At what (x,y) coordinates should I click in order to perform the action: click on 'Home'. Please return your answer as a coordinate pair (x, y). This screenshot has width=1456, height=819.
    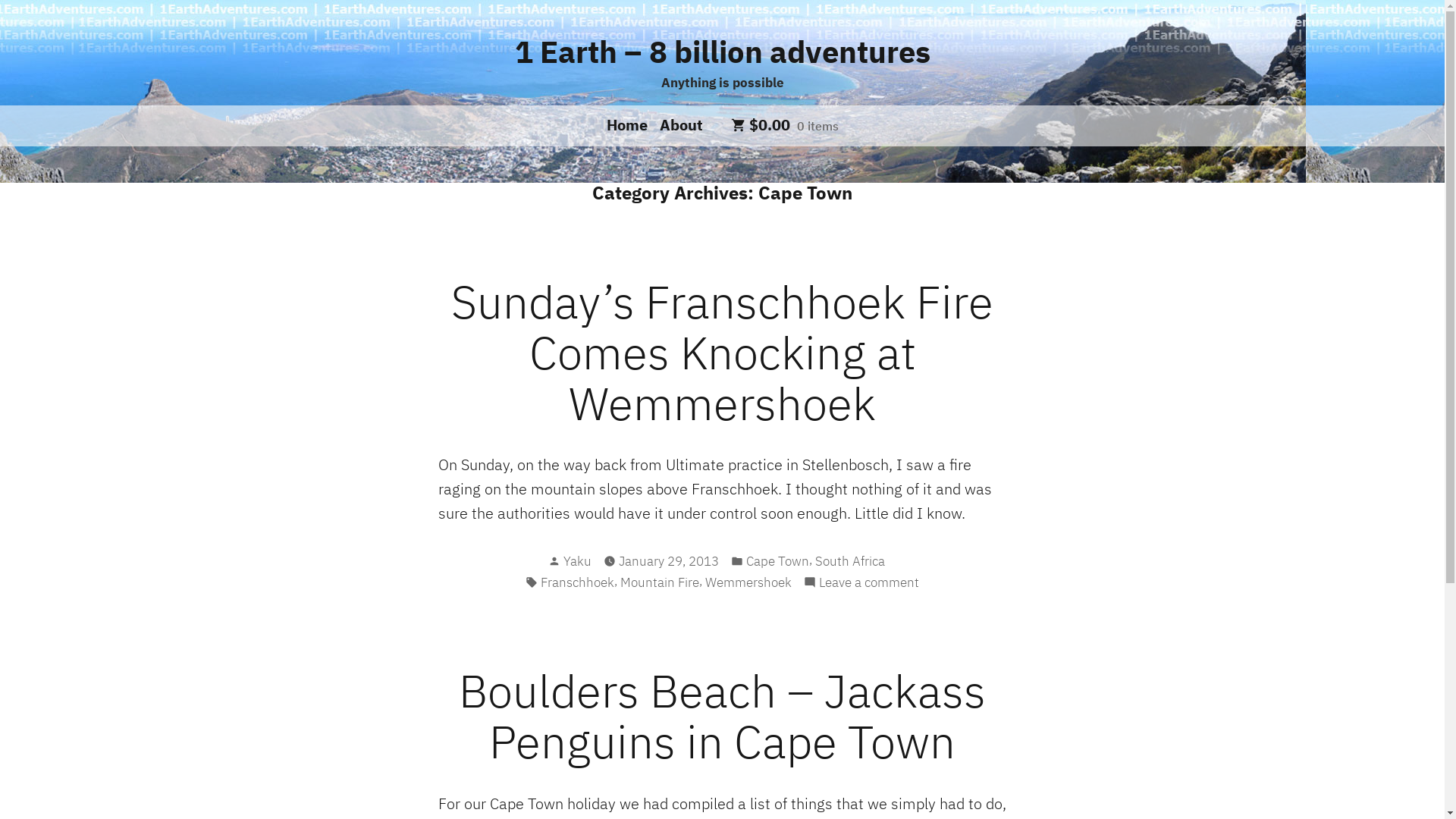
    Looking at the image, I should click on (629, 124).